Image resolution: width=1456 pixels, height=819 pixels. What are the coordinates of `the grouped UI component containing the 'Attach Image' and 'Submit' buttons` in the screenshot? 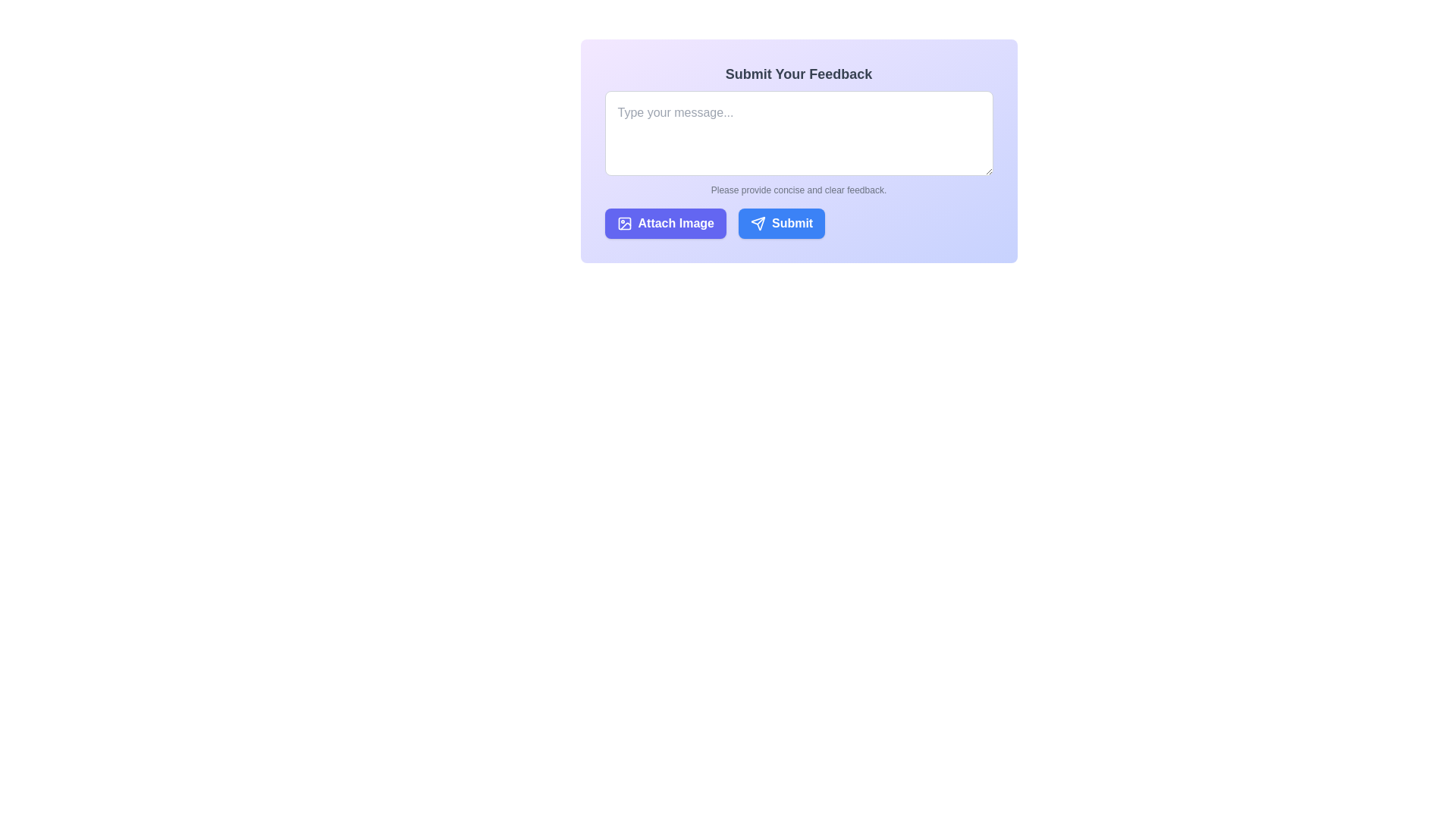 It's located at (798, 223).